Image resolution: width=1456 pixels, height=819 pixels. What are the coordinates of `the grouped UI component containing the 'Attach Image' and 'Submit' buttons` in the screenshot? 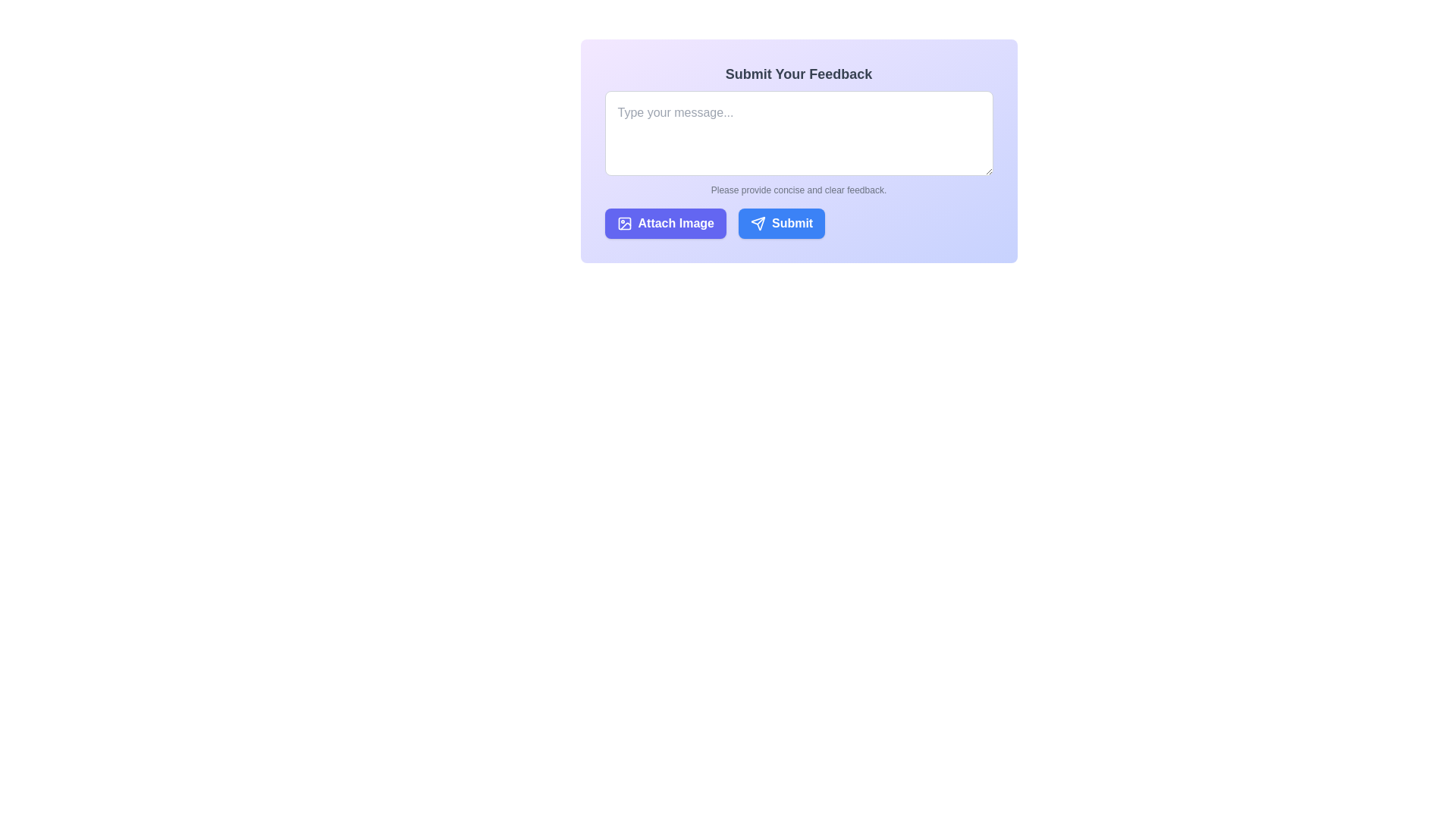 It's located at (798, 223).